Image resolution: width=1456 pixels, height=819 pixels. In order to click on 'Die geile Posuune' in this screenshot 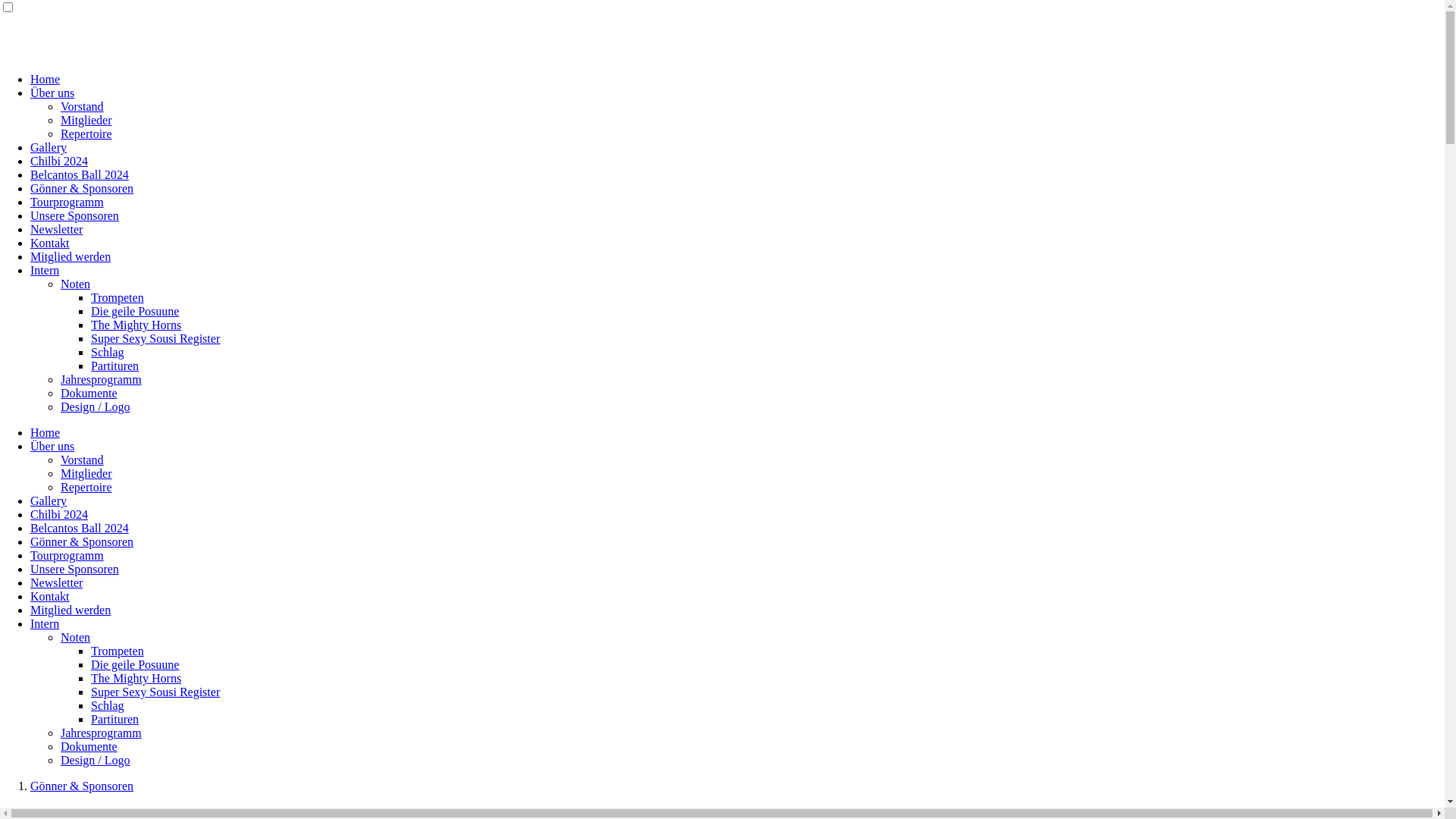, I will do `click(90, 310)`.